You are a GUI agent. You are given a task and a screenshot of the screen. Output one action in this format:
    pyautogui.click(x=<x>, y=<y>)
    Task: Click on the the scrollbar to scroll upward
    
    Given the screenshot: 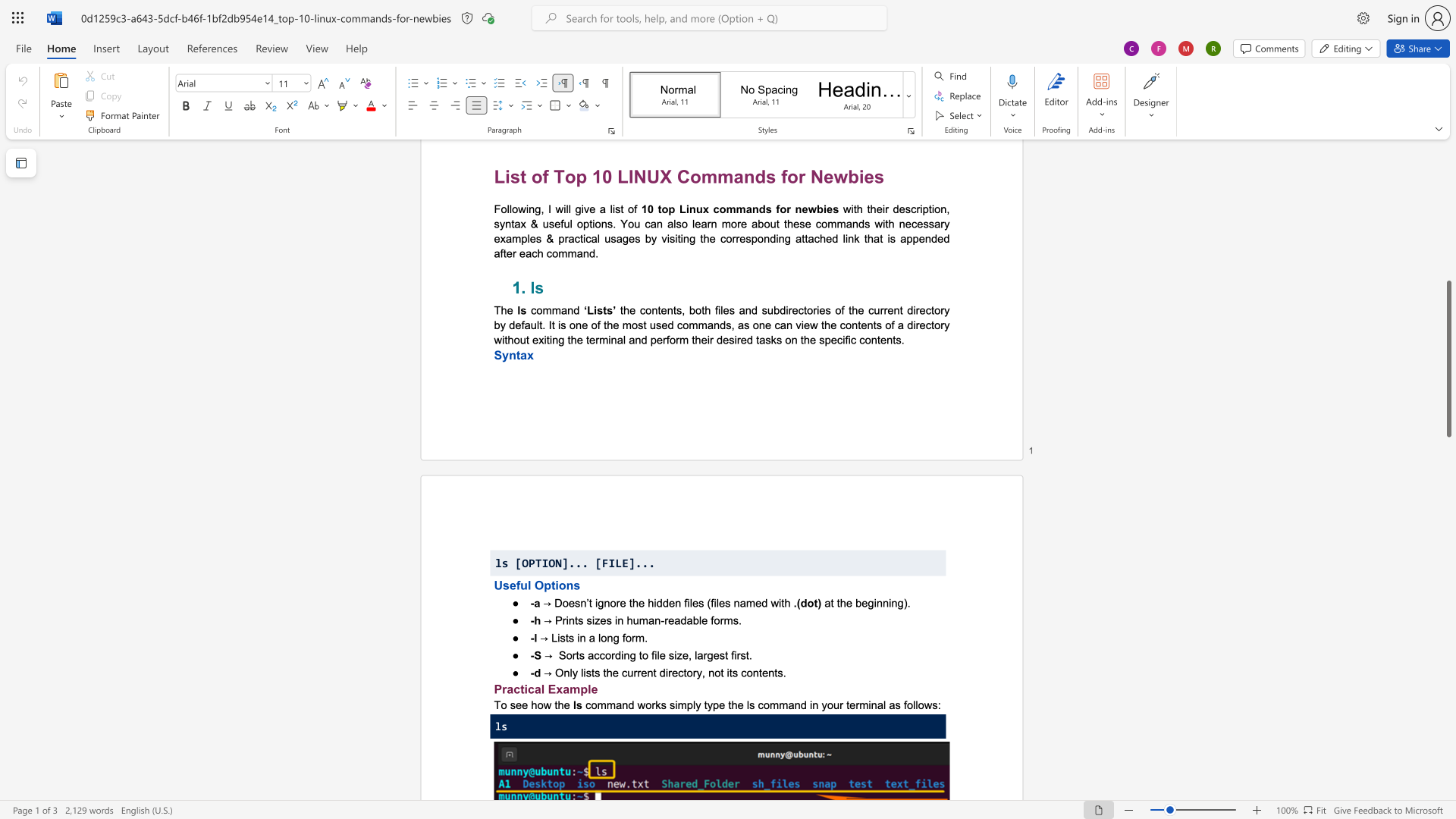 What is the action you would take?
    pyautogui.click(x=1448, y=318)
    